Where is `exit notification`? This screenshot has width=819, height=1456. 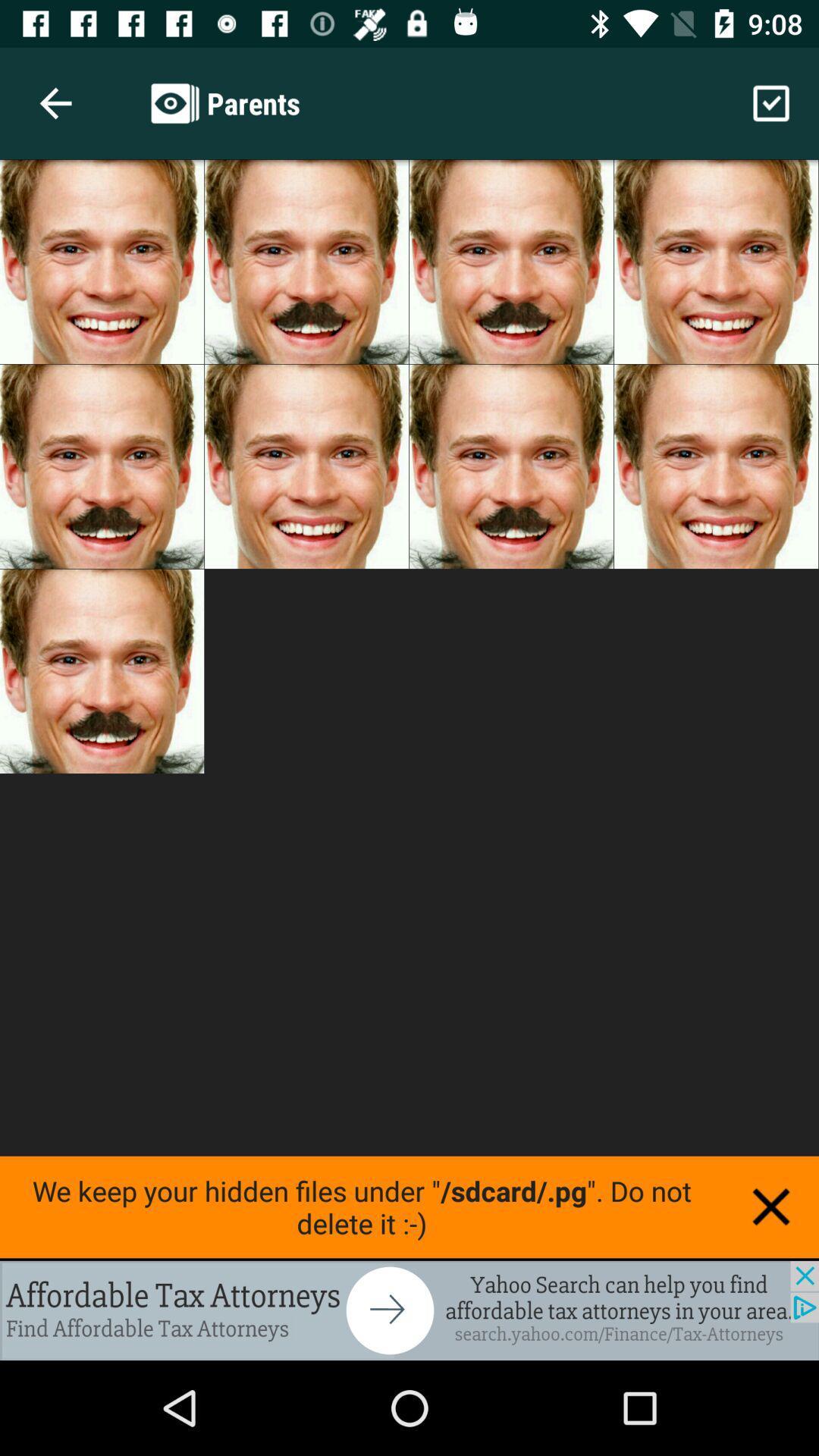
exit notification is located at coordinates (771, 1206).